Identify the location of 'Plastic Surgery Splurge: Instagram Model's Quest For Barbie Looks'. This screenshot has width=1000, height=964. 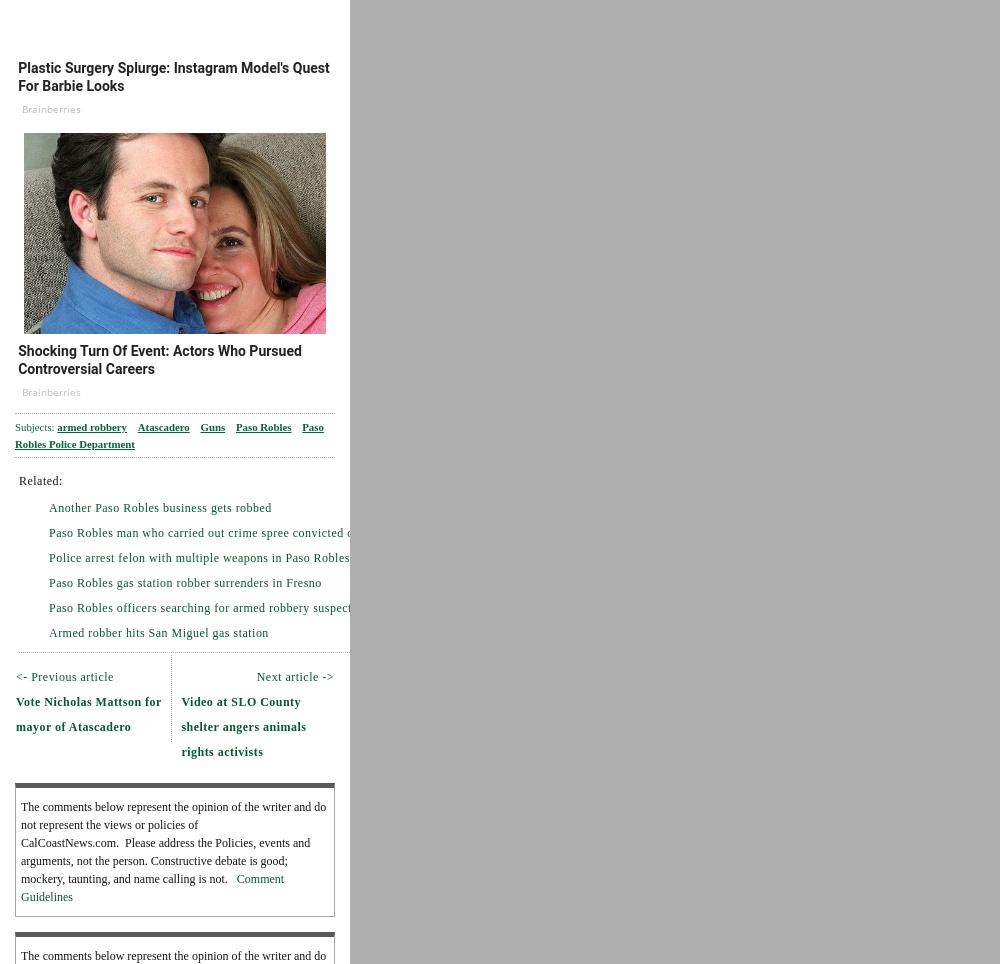
(173, 77).